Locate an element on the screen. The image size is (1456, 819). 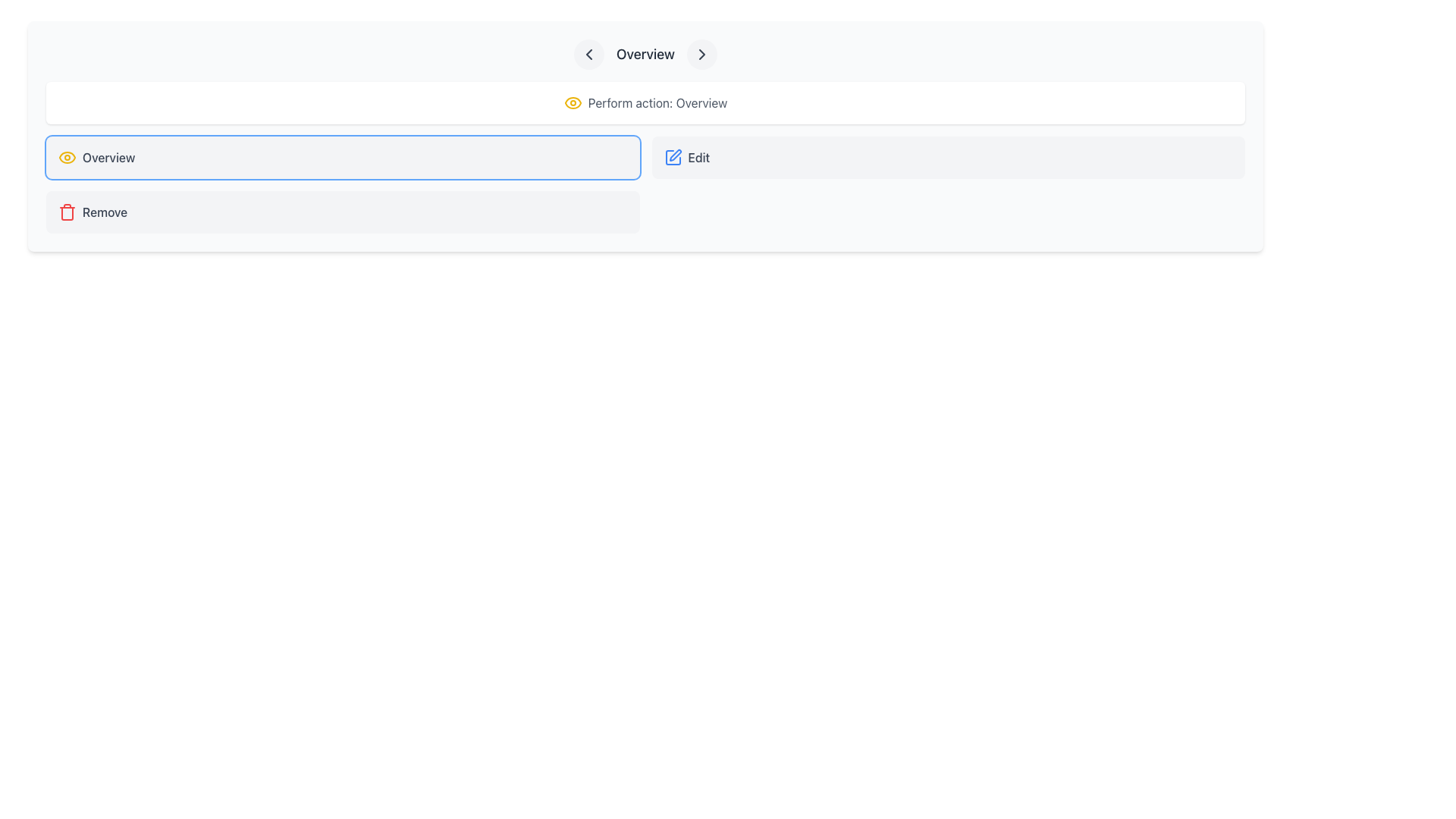
the Informational Text with Icon that serves as a status indicator related to 'Overview', positioned centrally below the main title is located at coordinates (645, 102).